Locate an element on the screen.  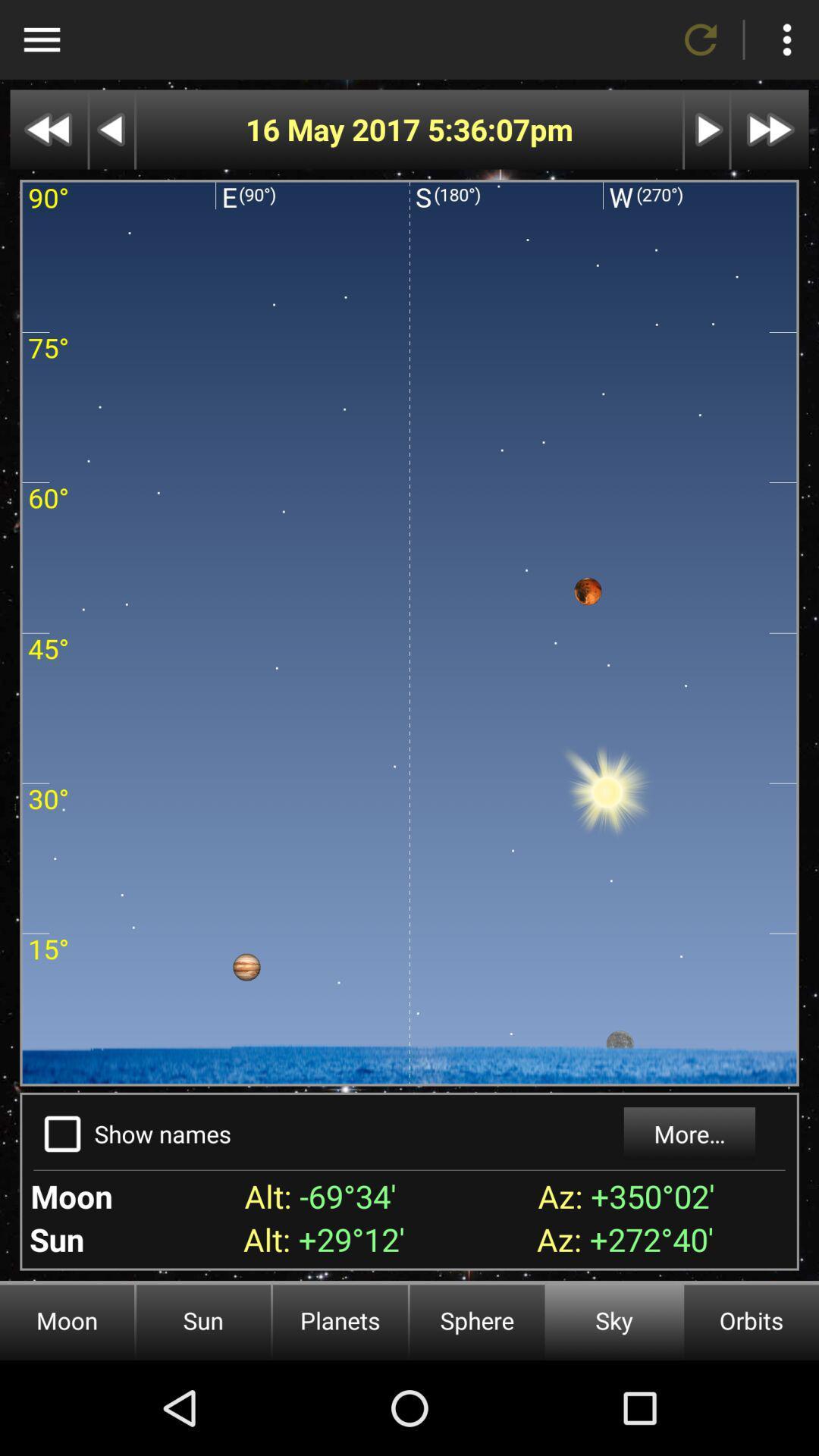
the play icon is located at coordinates (707, 130).